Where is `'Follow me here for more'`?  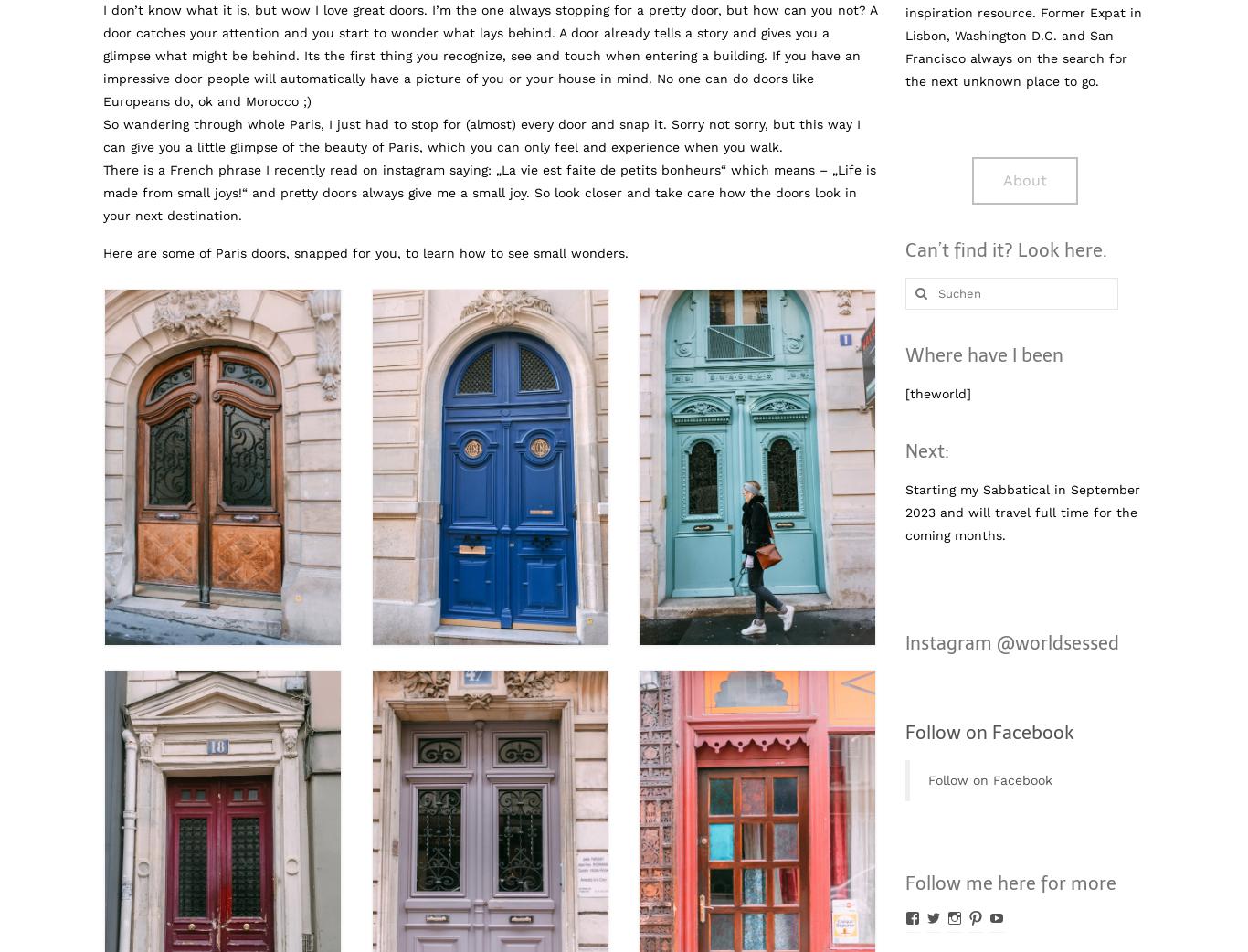
'Follow me here for more' is located at coordinates (1009, 883).